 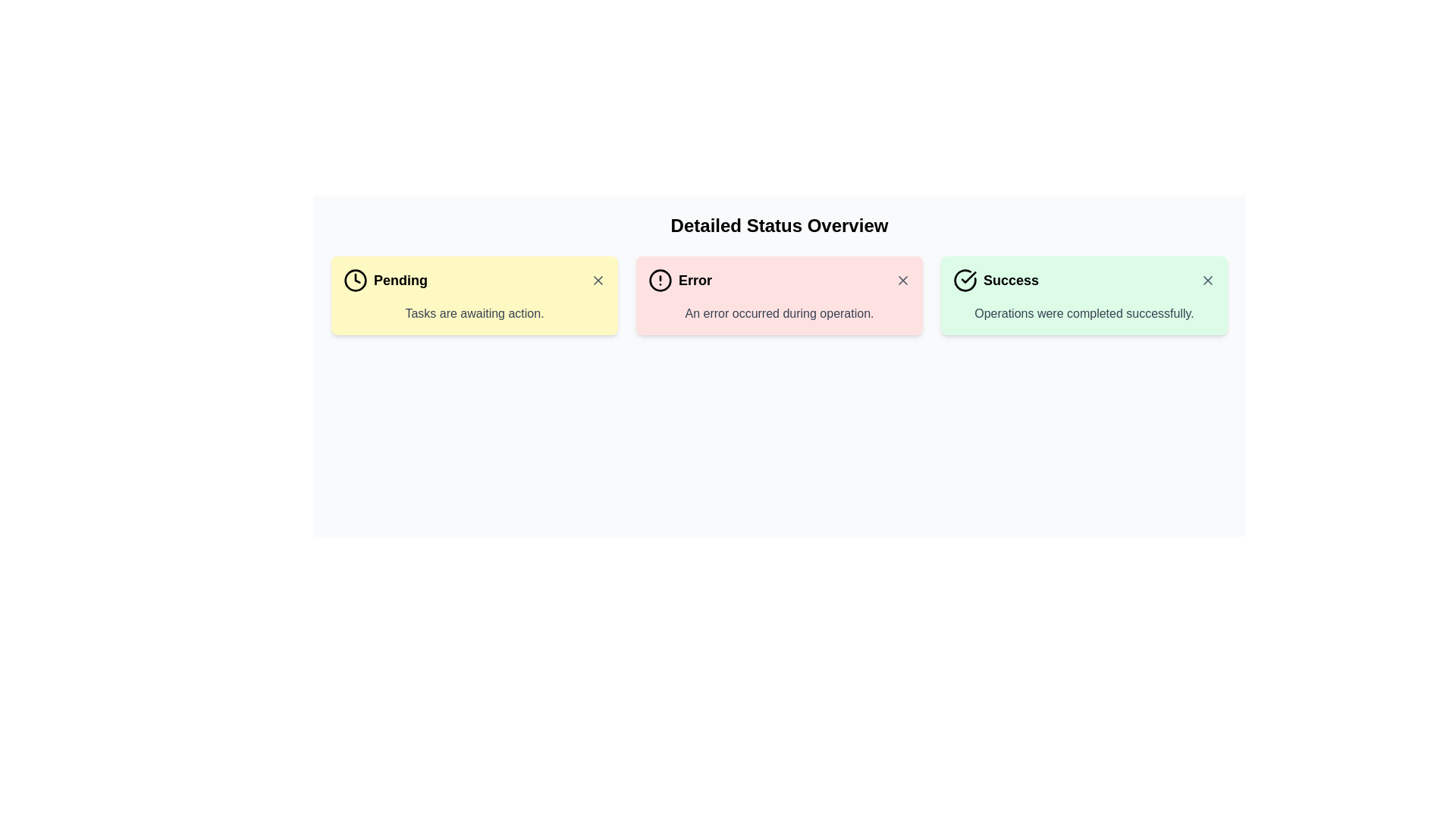 I want to click on success message from the Informational box indicating successful completion of an operation, which is the rightmost box in a row of three within the 'Detailed Status Overview' grid layout, so click(x=1084, y=295).